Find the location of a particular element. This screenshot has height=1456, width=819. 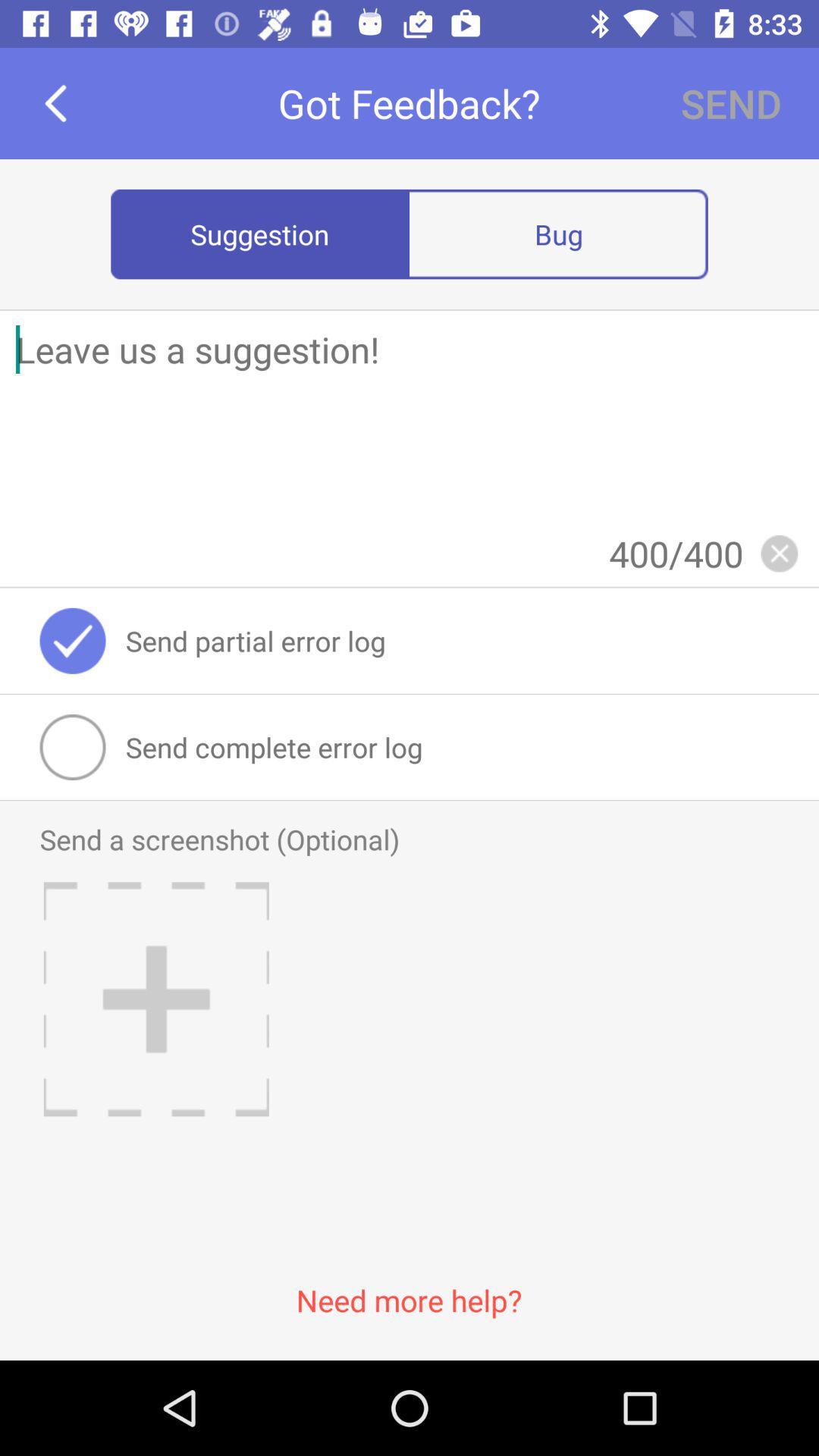

the close icon is located at coordinates (779, 552).